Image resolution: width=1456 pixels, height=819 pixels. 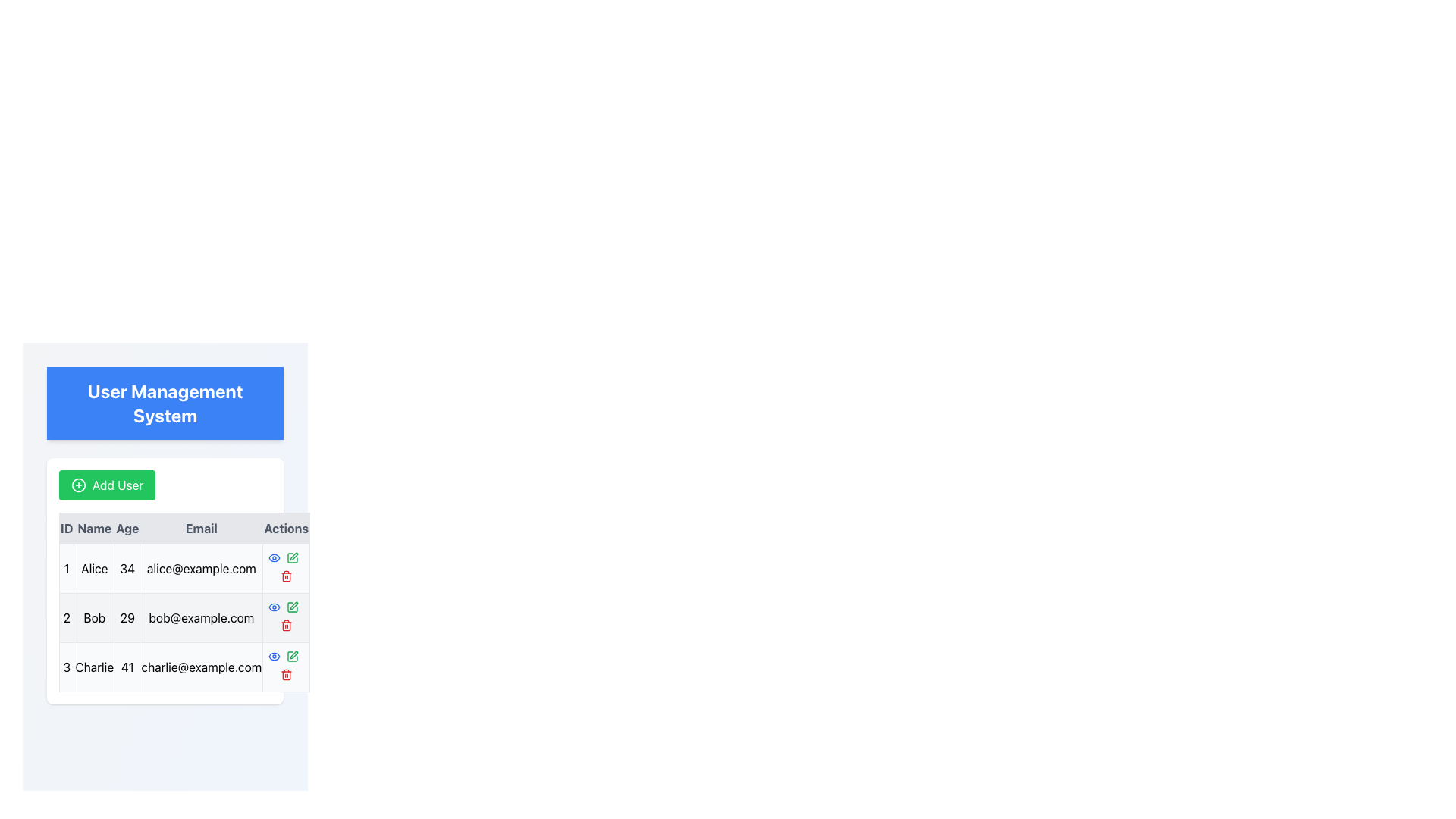 What do you see at coordinates (66, 666) in the screenshot?
I see `the leftmost table cell in the last visible row of the user management table, which represents the user's ID` at bounding box center [66, 666].